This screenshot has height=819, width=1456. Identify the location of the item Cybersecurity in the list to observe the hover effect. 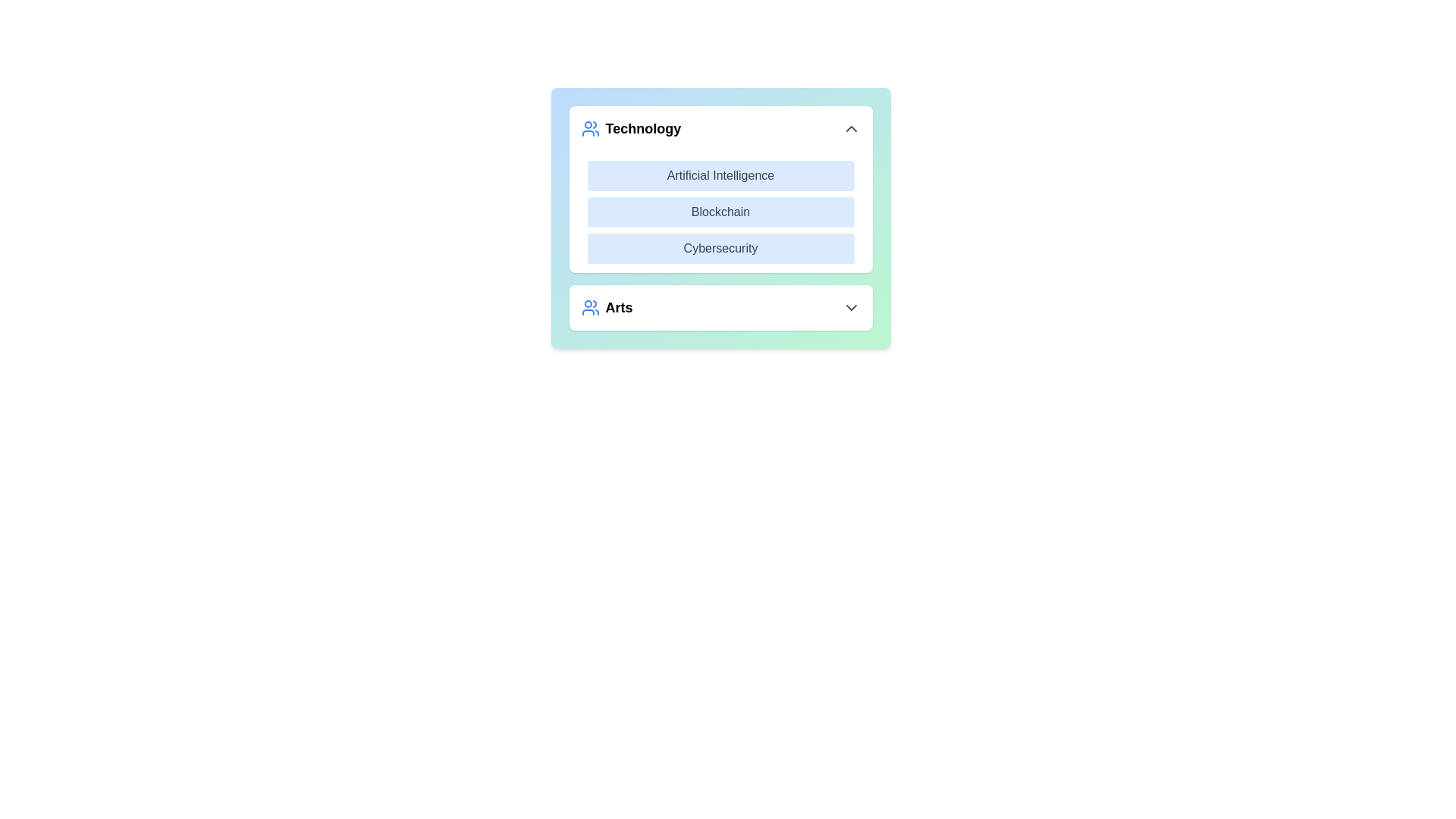
(720, 247).